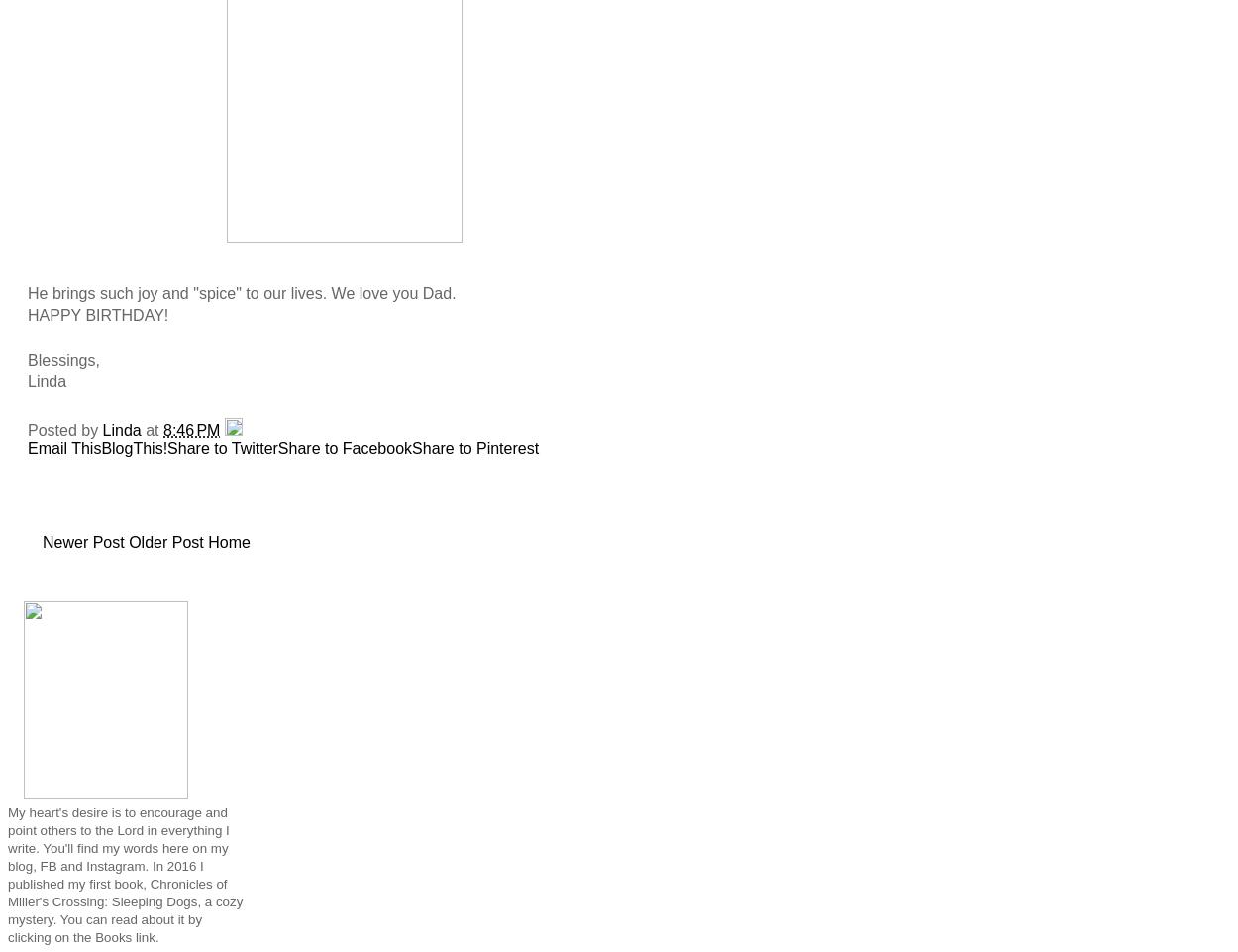 Image resolution: width=1238 pixels, height=952 pixels. What do you see at coordinates (344, 446) in the screenshot?
I see `'Share to Facebook'` at bounding box center [344, 446].